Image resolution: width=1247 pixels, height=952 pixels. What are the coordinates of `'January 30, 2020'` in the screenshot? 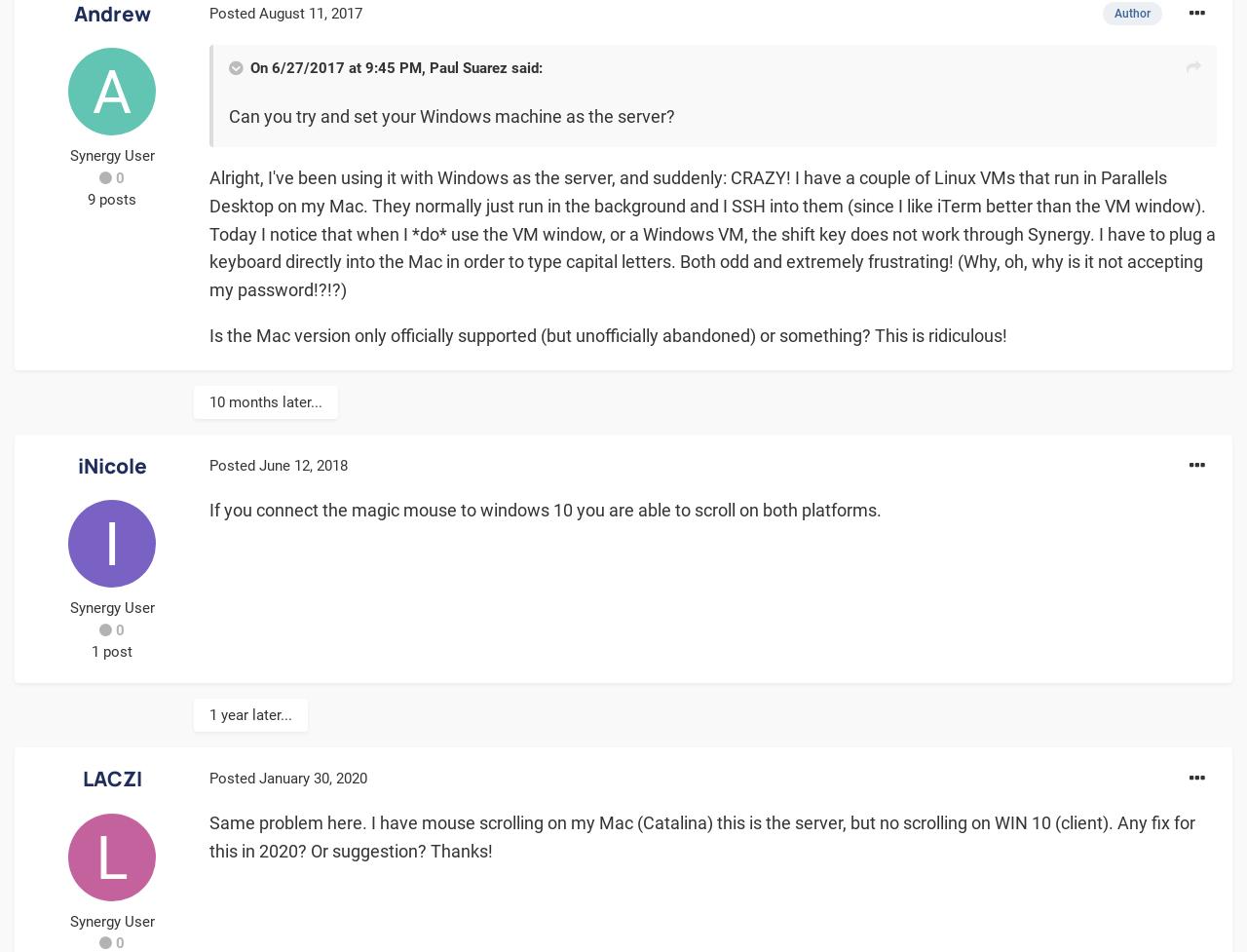 It's located at (313, 778).